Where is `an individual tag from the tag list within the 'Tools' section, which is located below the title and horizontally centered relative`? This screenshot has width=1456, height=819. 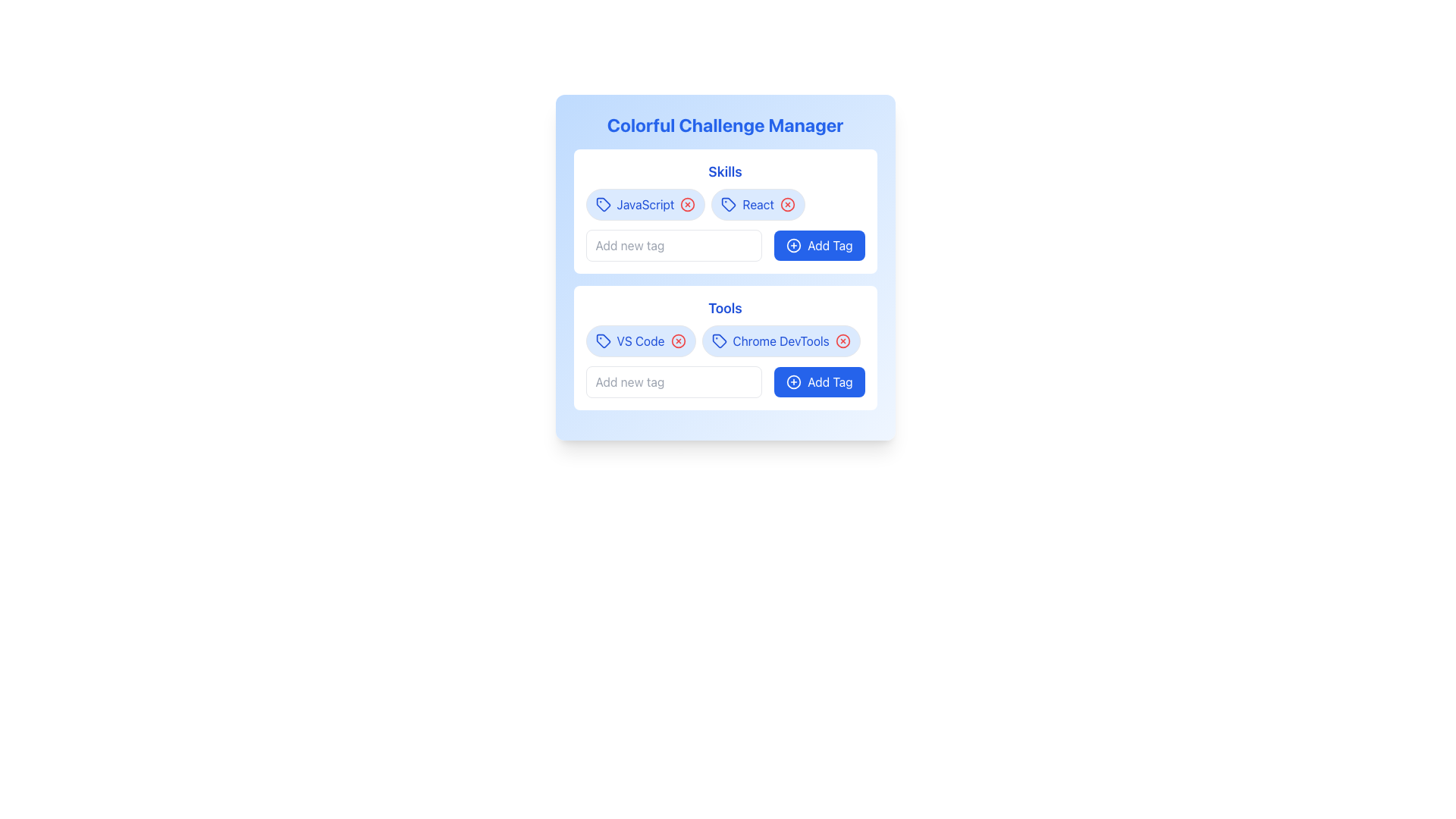
an individual tag from the tag list within the 'Tools' section, which is located below the title and horizontally centered relative is located at coordinates (724, 341).